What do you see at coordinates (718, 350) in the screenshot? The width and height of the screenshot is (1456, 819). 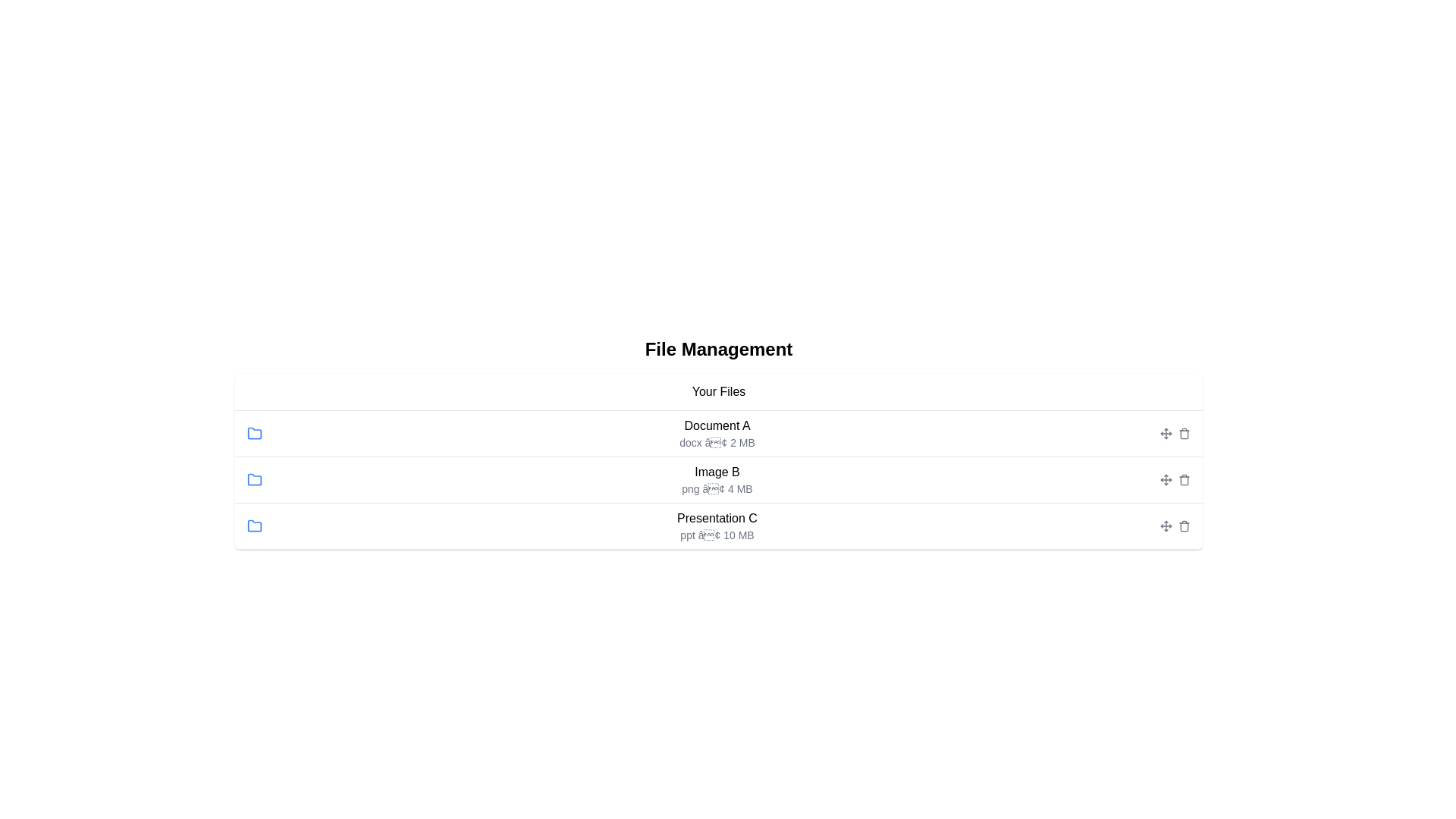 I see `the 'File Management' text label, which is a bold, large text displayed in black on a white background, prominently centered at the top of the file listing interface` at bounding box center [718, 350].